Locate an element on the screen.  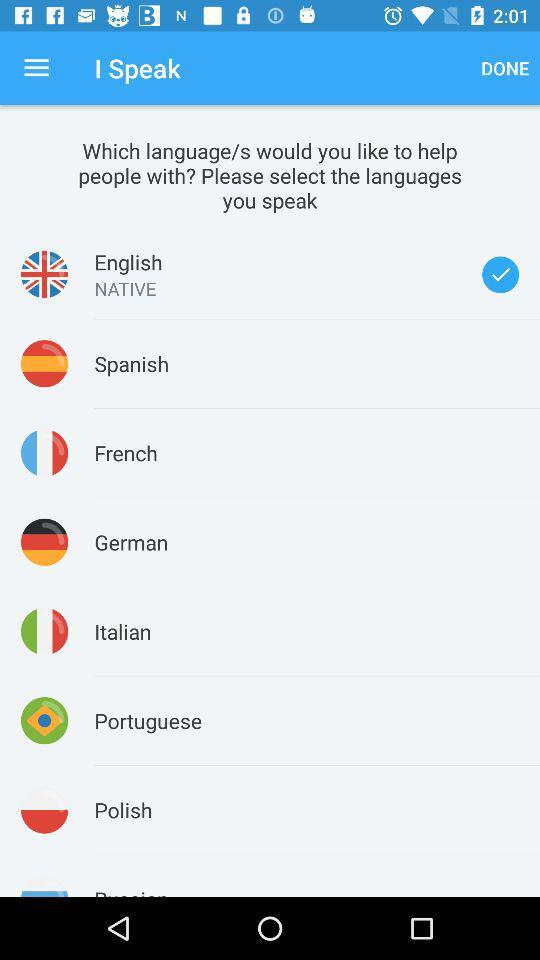
done item is located at coordinates (504, 68).